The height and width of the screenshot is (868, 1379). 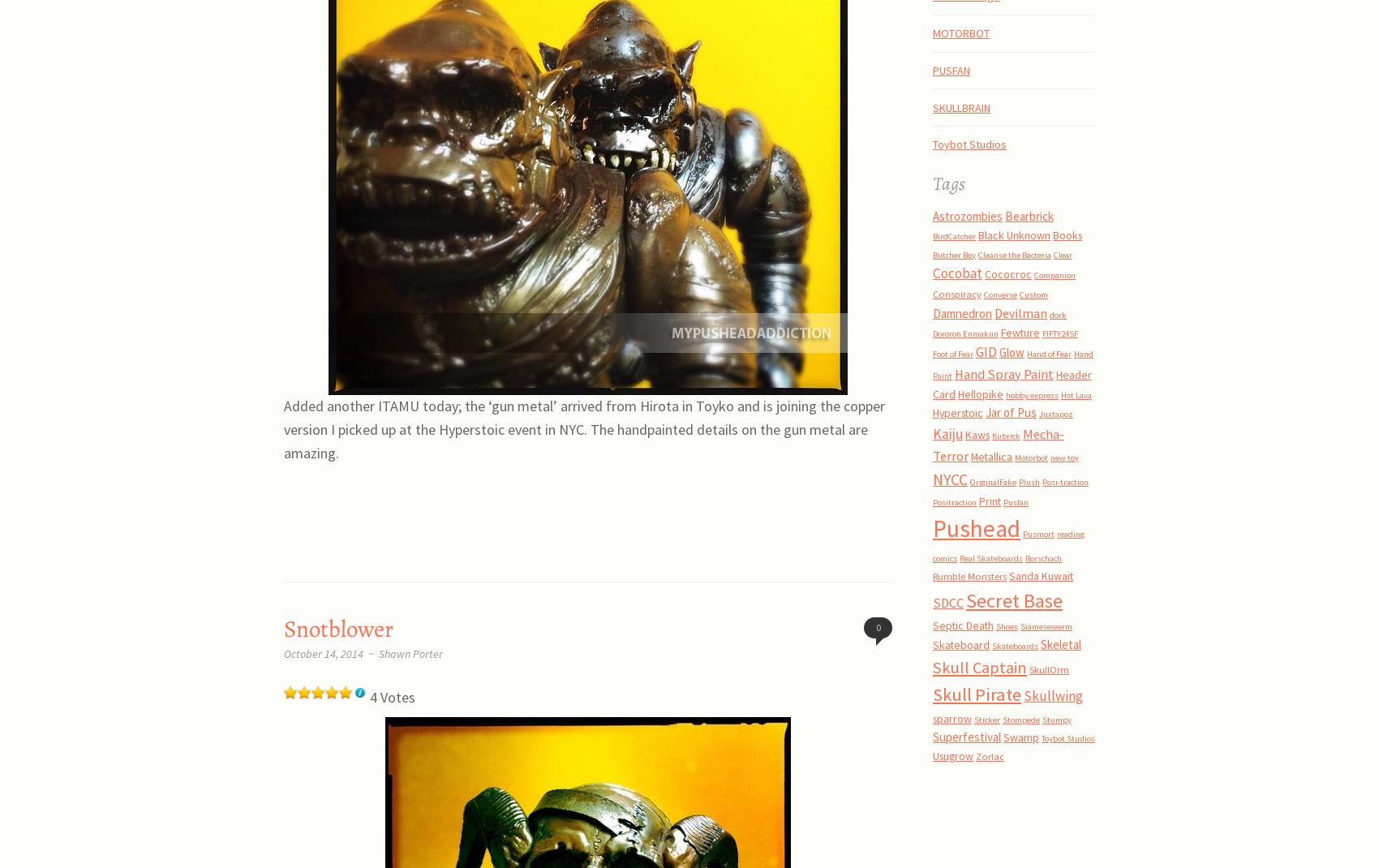 What do you see at coordinates (933, 384) in the screenshot?
I see `'Header Card'` at bounding box center [933, 384].